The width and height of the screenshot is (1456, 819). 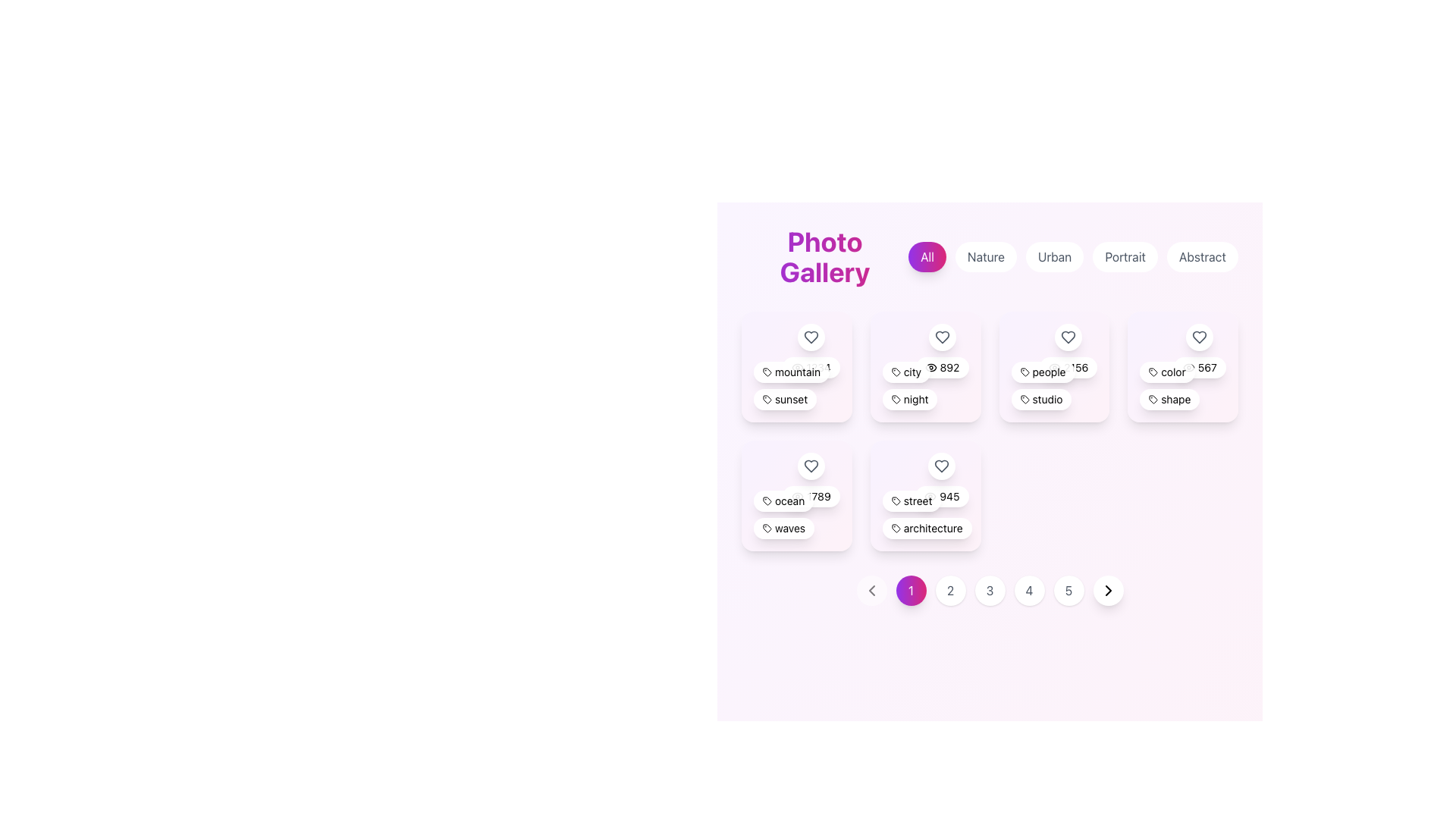 What do you see at coordinates (791, 372) in the screenshot?
I see `the first tag or label element located in the first row of tags within the first card of the grid layout, positioned above the tag labeled 'sunset'` at bounding box center [791, 372].